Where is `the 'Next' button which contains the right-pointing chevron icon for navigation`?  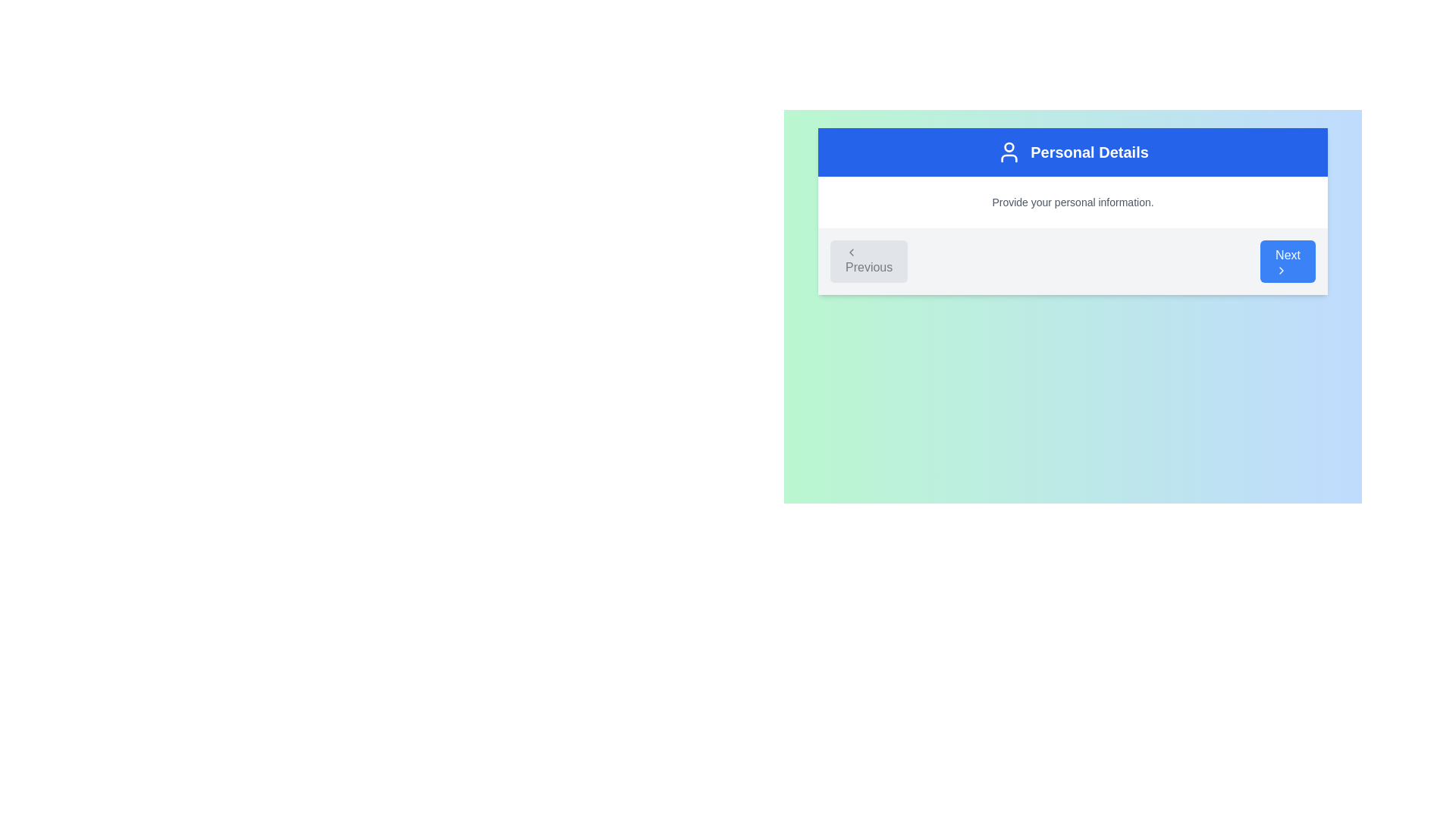
the 'Next' button which contains the right-pointing chevron icon for navigation is located at coordinates (1280, 270).